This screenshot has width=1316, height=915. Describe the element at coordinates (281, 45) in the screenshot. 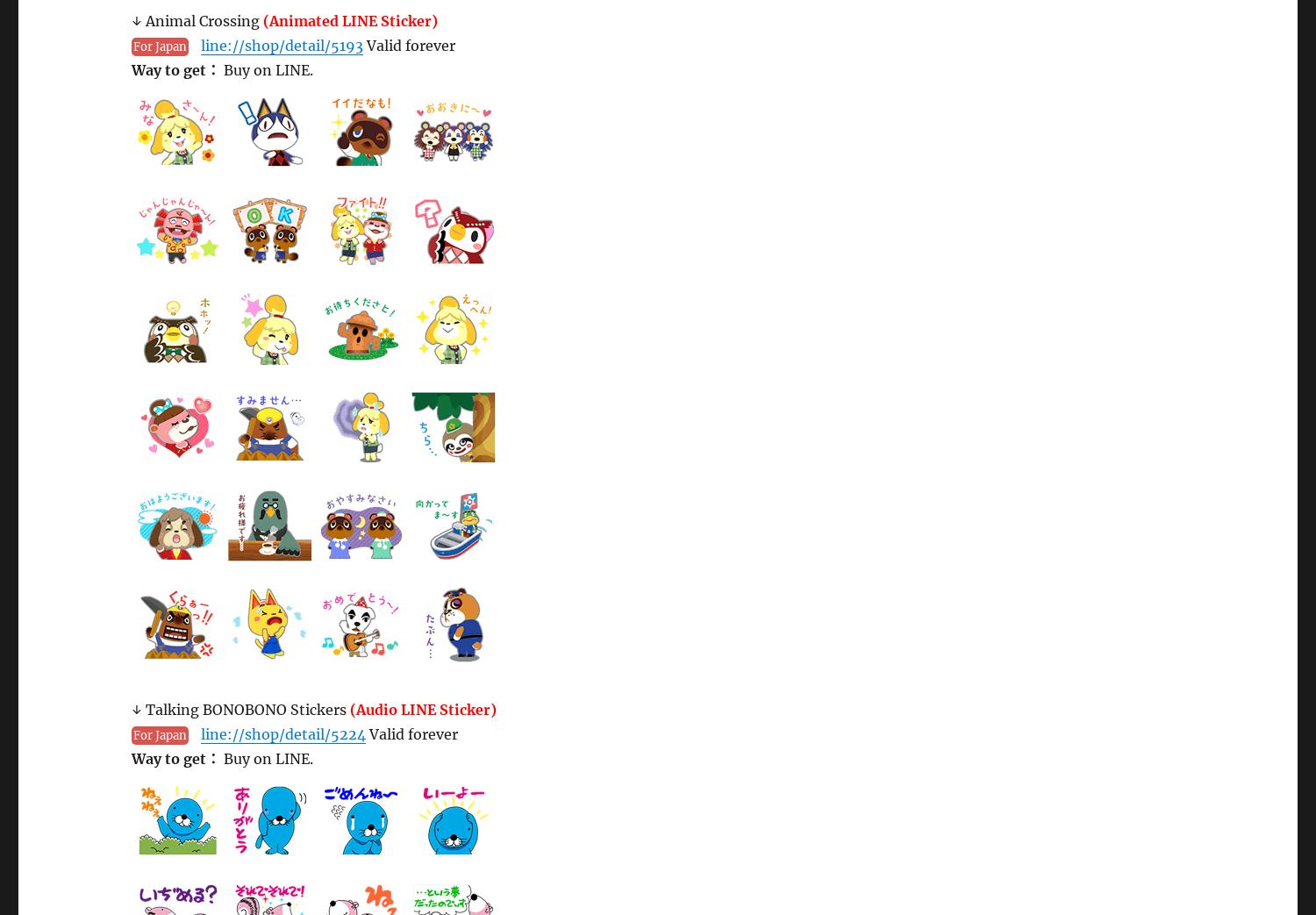

I see `'line://shop/detail/5193'` at that location.